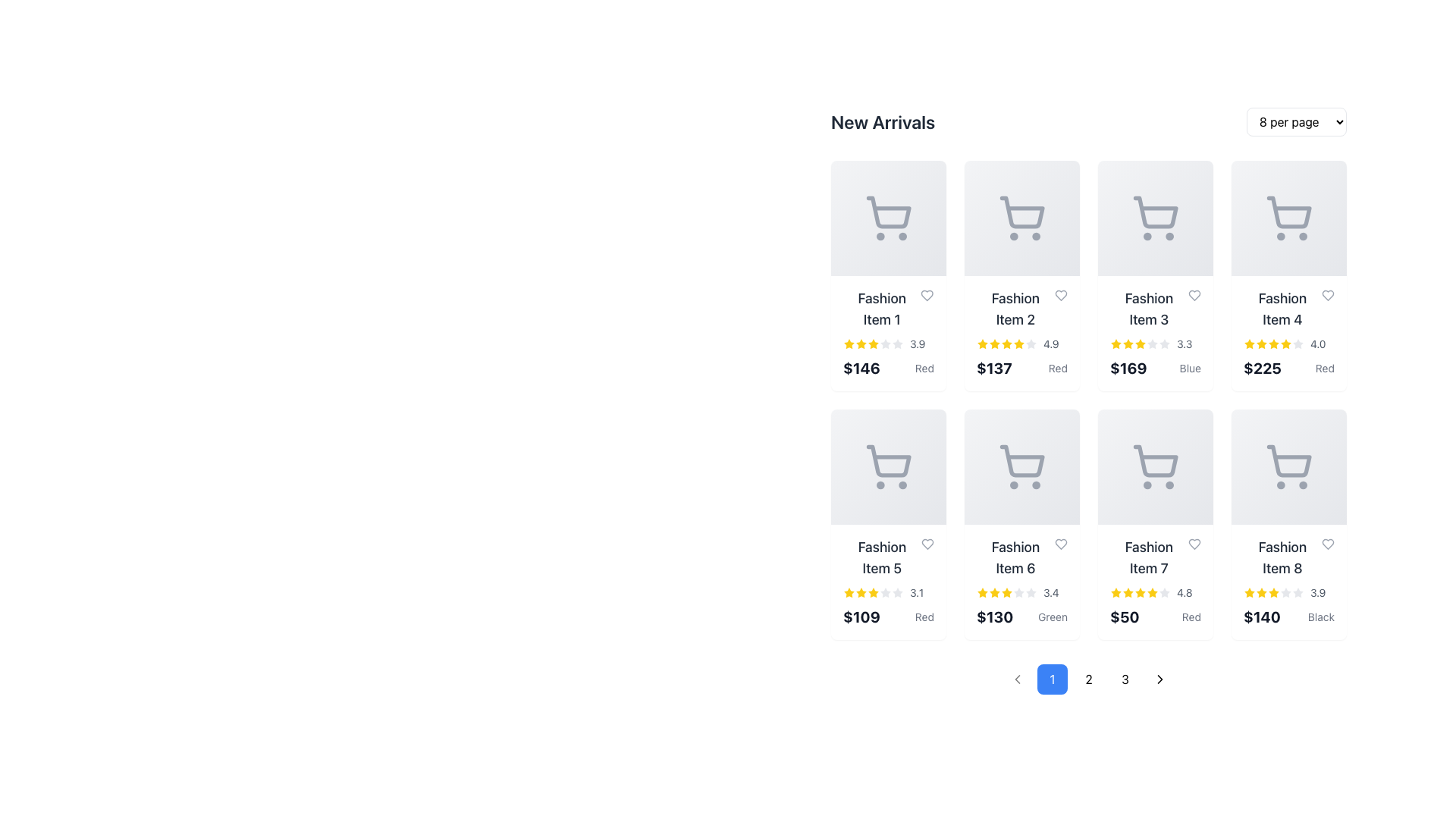 Image resolution: width=1456 pixels, height=819 pixels. What do you see at coordinates (1189, 369) in the screenshot?
I see `the static Text Label displaying the color information 'Blue' for the product 'Fashion Item 3', located to the right of the price text '$169' in the 'New Arrivals' grid` at bounding box center [1189, 369].